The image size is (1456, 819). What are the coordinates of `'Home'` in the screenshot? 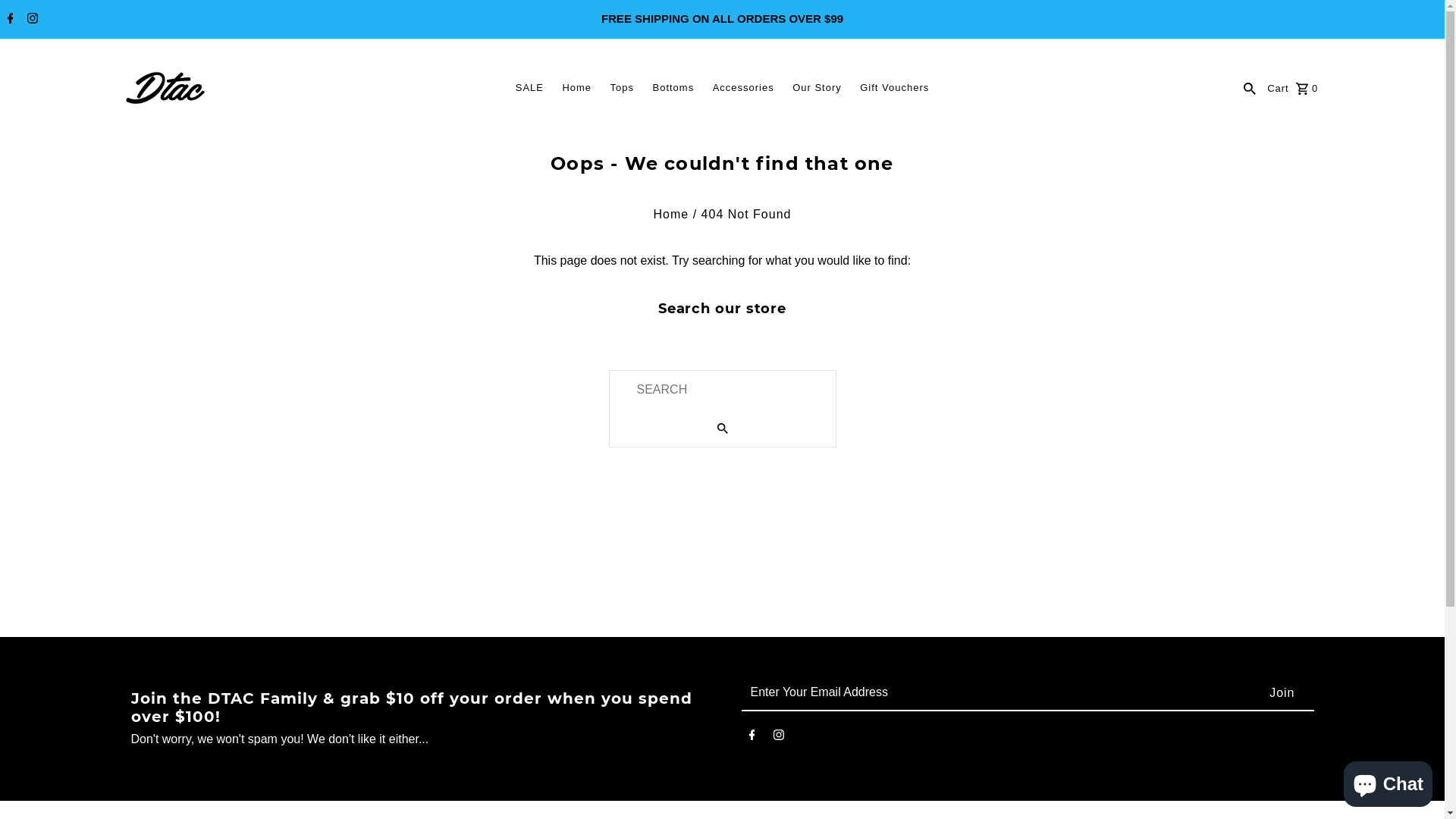 It's located at (670, 214).